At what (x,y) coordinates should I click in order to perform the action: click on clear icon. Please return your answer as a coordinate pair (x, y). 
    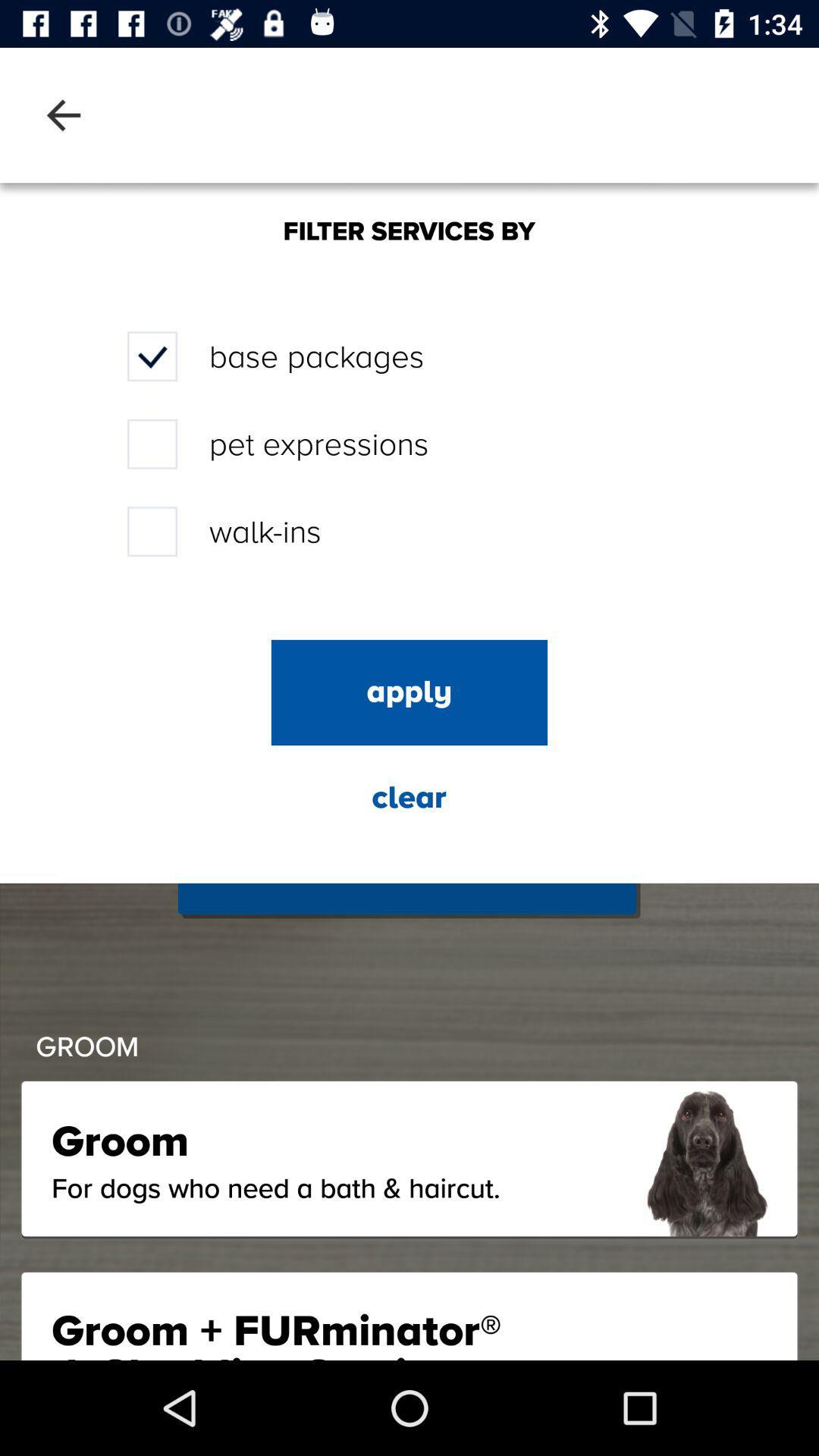
    Looking at the image, I should click on (408, 797).